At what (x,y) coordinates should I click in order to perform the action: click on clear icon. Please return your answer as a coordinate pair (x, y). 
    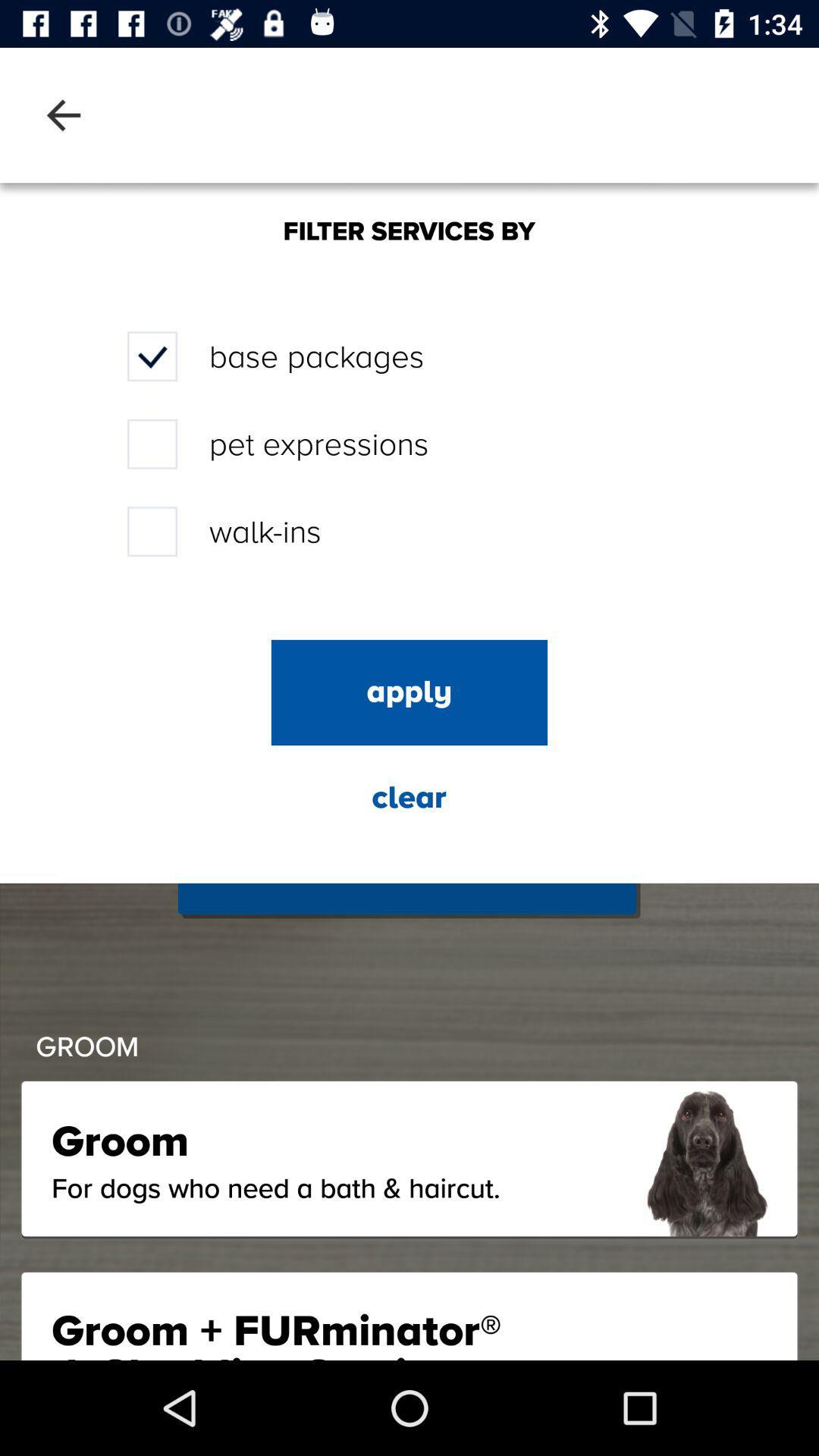
    Looking at the image, I should click on (408, 797).